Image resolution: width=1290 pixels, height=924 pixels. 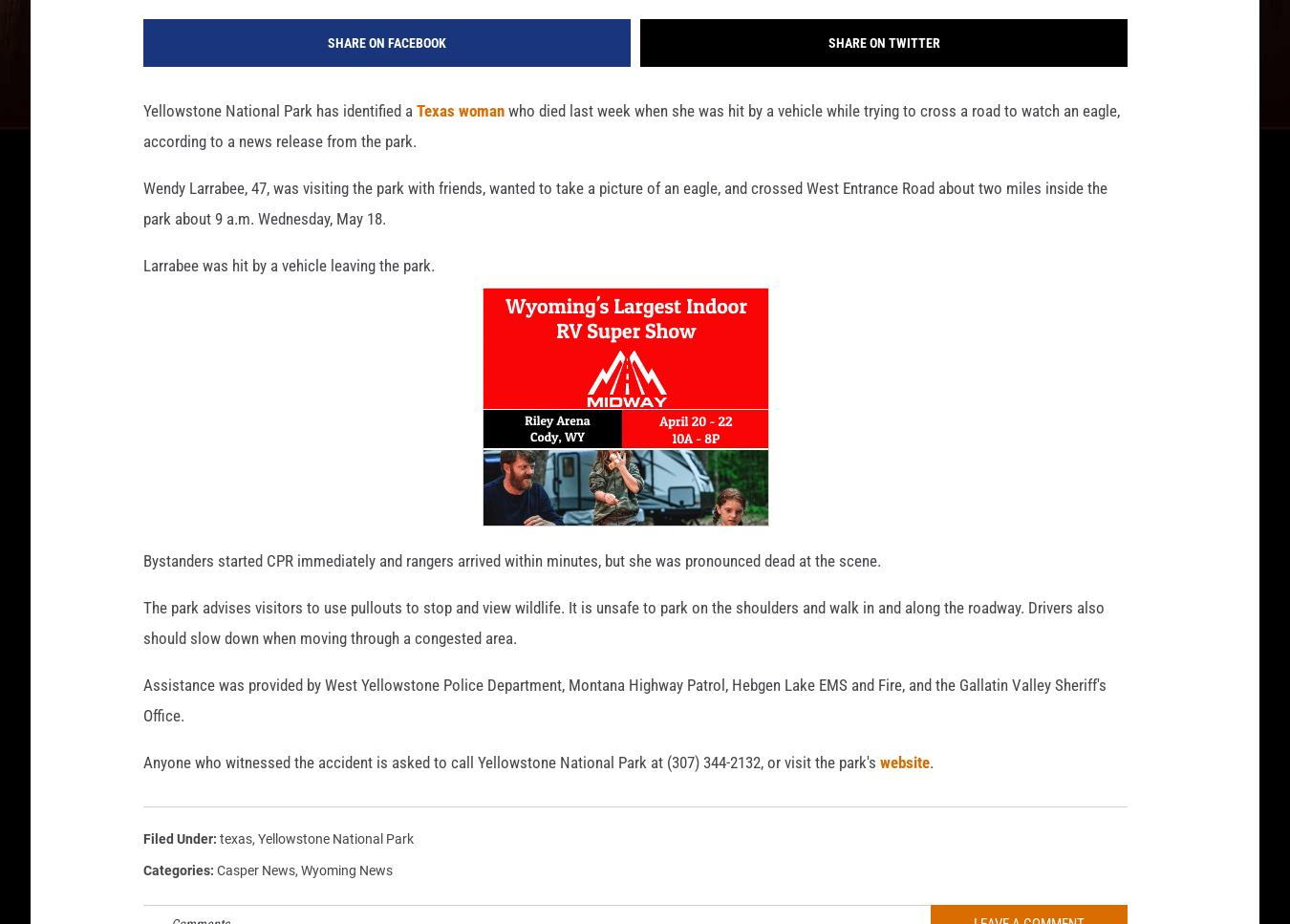 I want to click on 'Wendy Larrabee, 47, was visiting the park with friends, wanted to take a picture of an eagle, and crossed West Entrance Road about two miles inside the park about 9 a.m. Wednesday, May 18.', so click(x=142, y=234).